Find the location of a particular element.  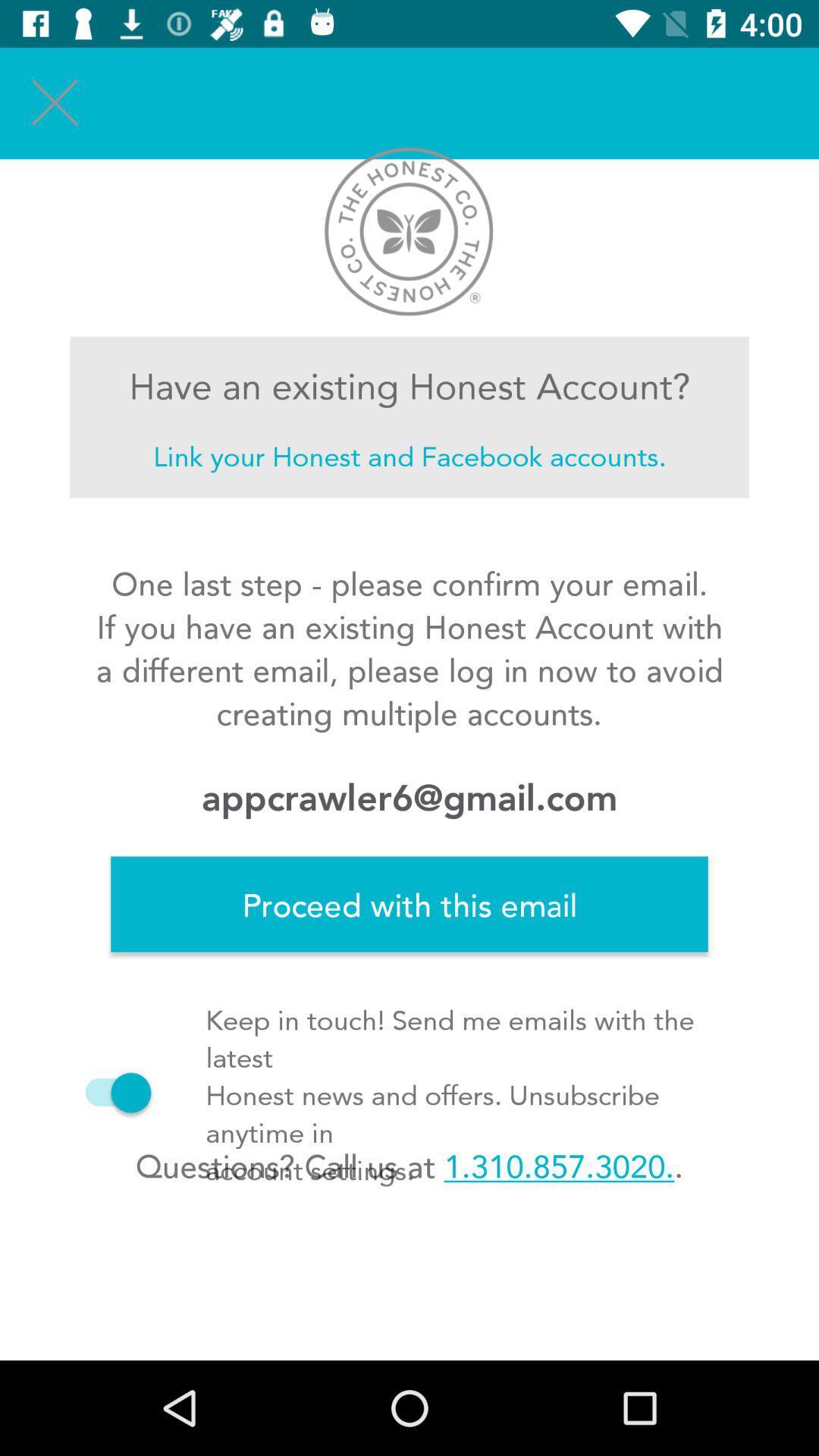

the icon below proceed with this icon is located at coordinates (110, 1092).